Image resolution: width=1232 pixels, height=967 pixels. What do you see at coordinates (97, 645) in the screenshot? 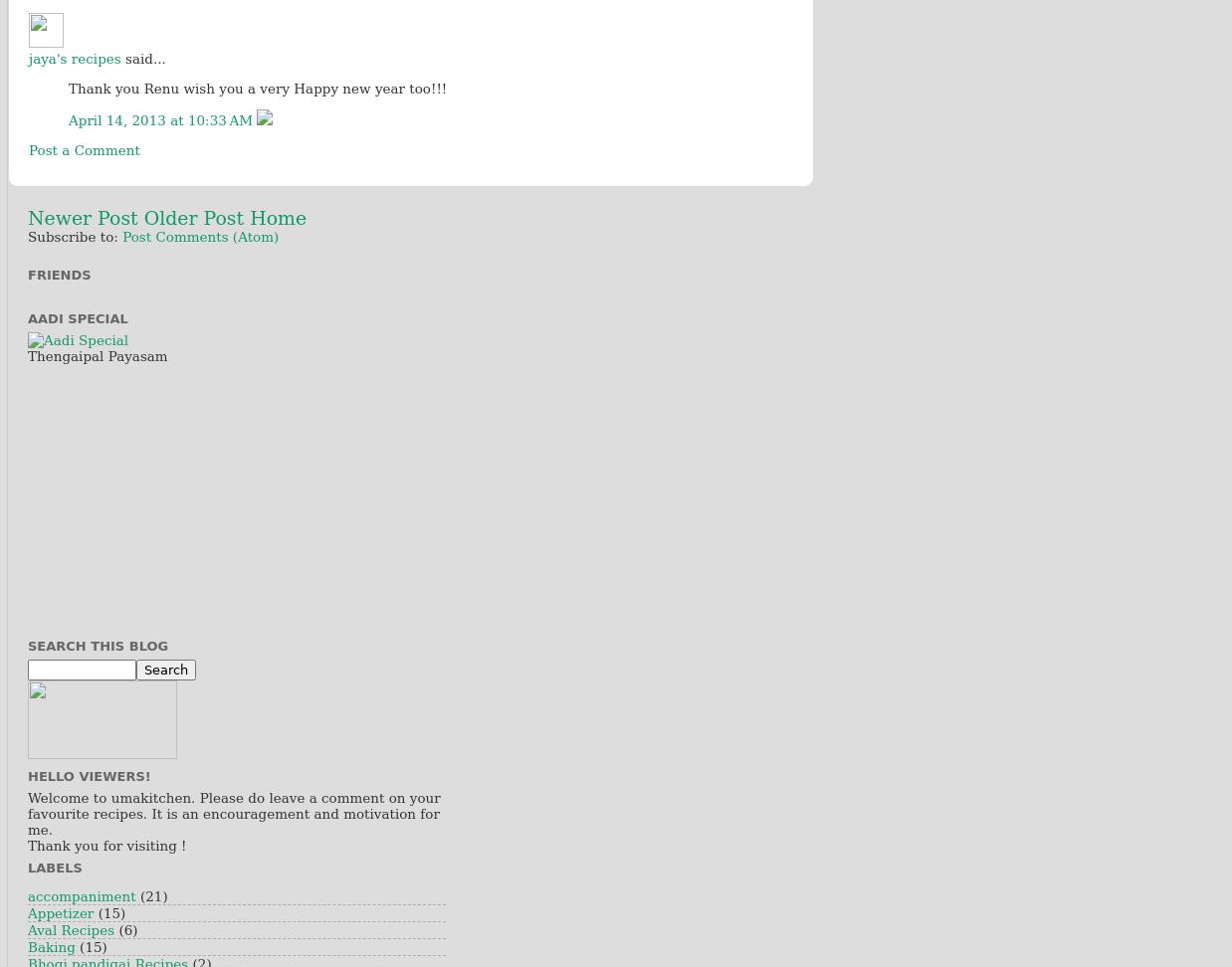
I see `'Search This Blog'` at bounding box center [97, 645].